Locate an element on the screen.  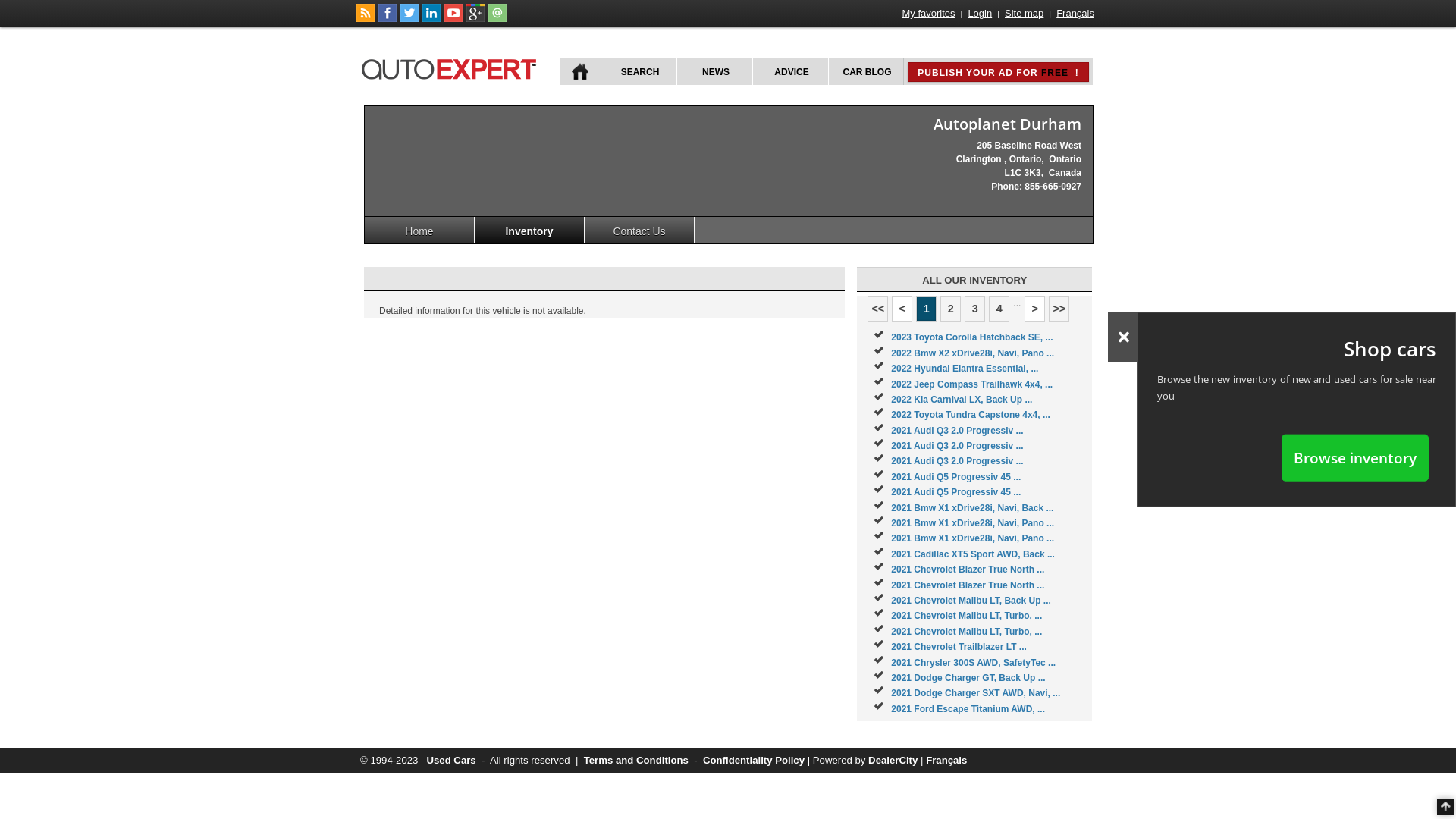
'Browse inventory' is located at coordinates (1354, 457).